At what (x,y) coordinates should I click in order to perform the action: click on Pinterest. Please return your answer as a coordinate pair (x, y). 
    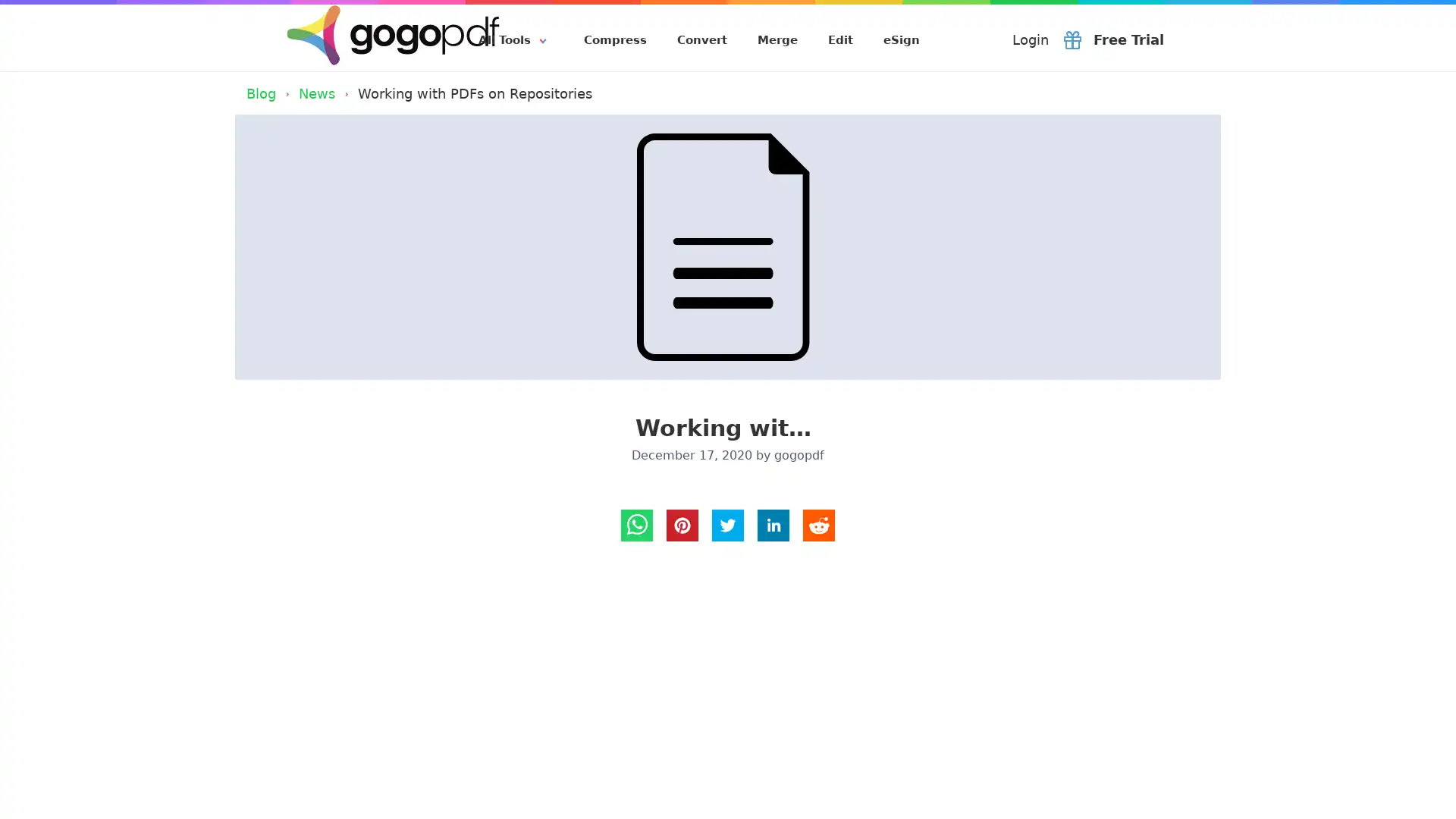
    Looking at the image, I should click on (682, 525).